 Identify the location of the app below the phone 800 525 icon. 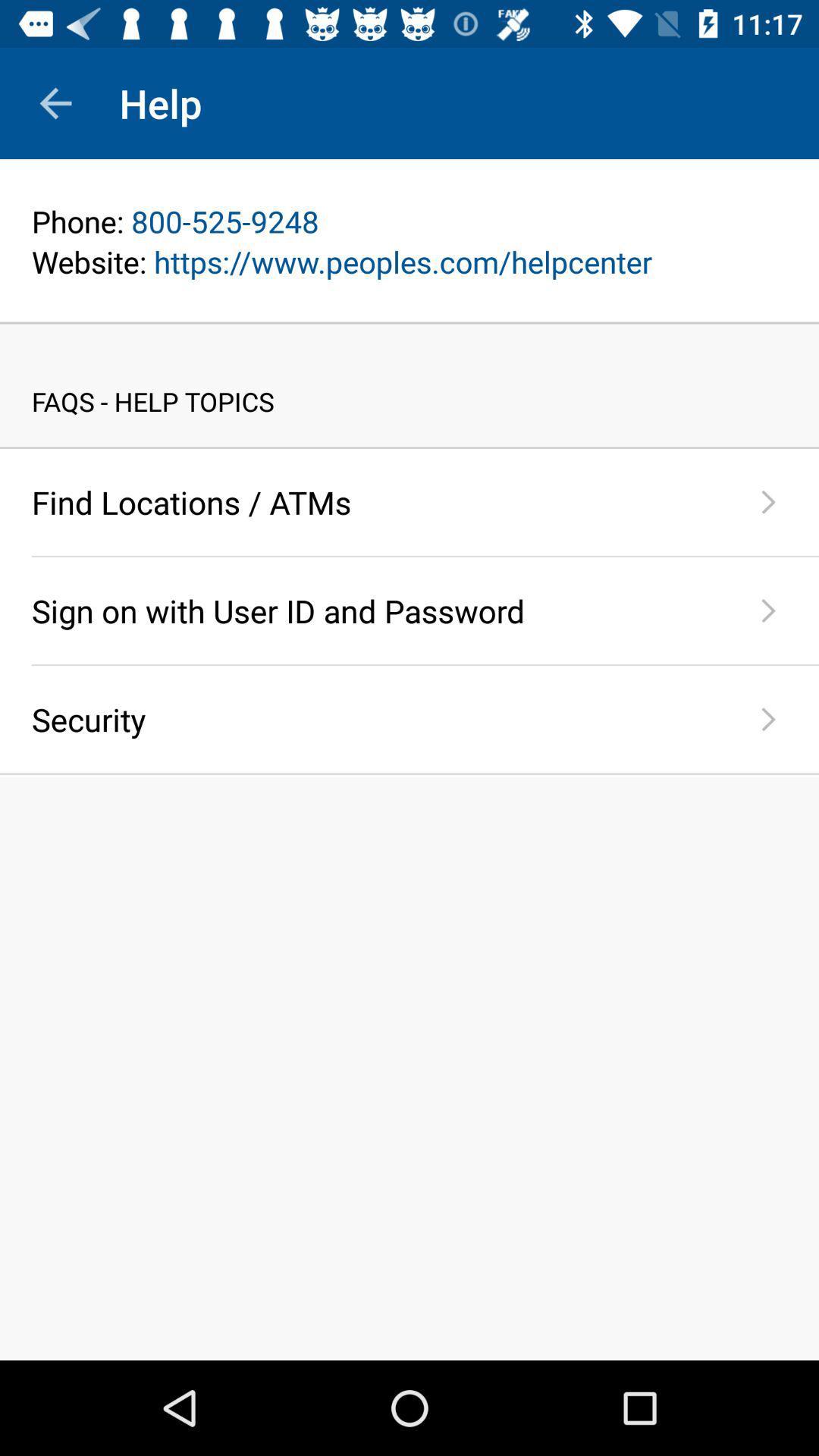
(409, 262).